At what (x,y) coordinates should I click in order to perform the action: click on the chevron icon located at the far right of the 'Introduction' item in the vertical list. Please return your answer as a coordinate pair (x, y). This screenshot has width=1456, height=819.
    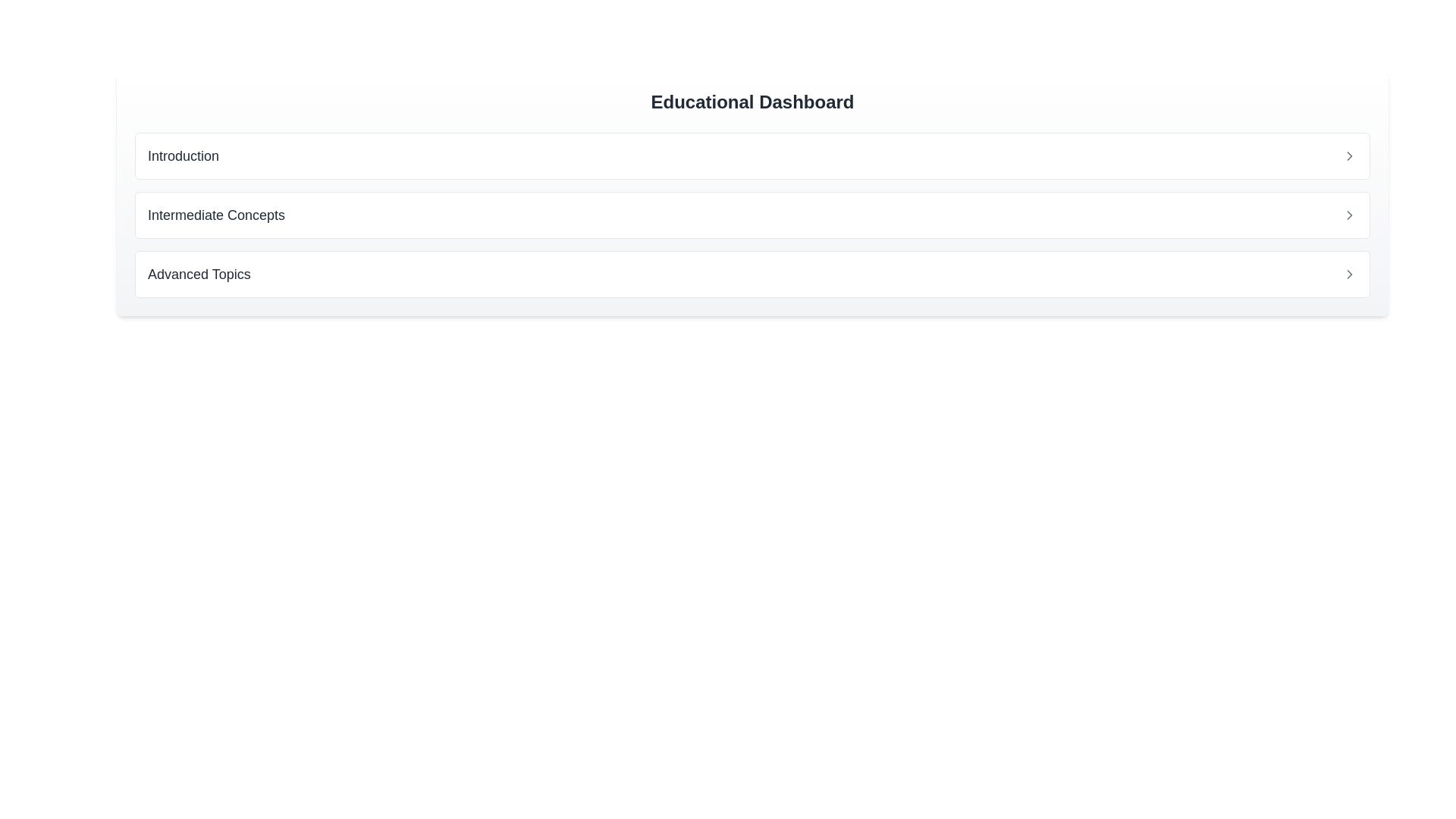
    Looking at the image, I should click on (1350, 155).